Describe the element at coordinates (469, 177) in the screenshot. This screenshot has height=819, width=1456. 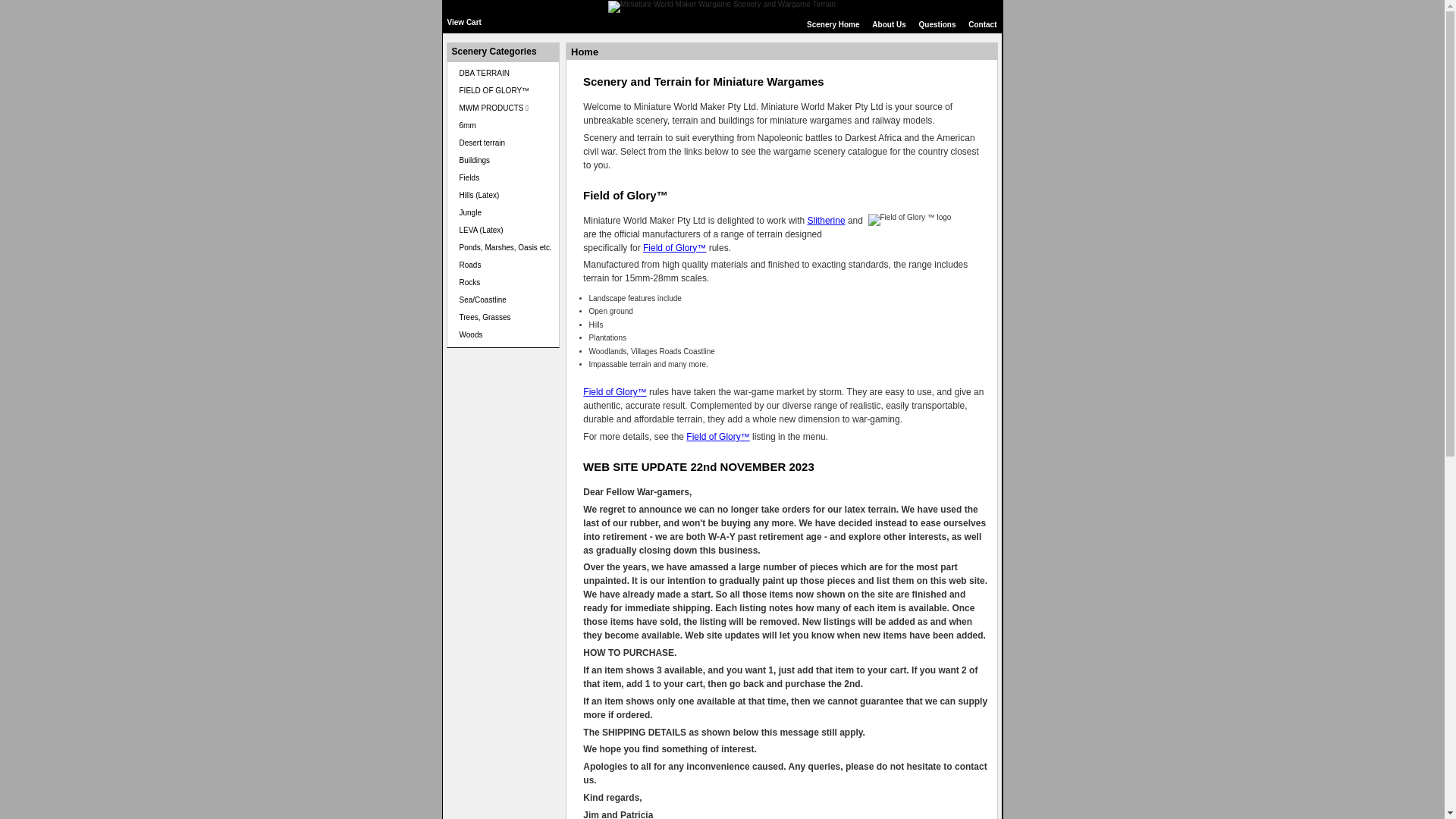
I see `'Fields'` at that location.